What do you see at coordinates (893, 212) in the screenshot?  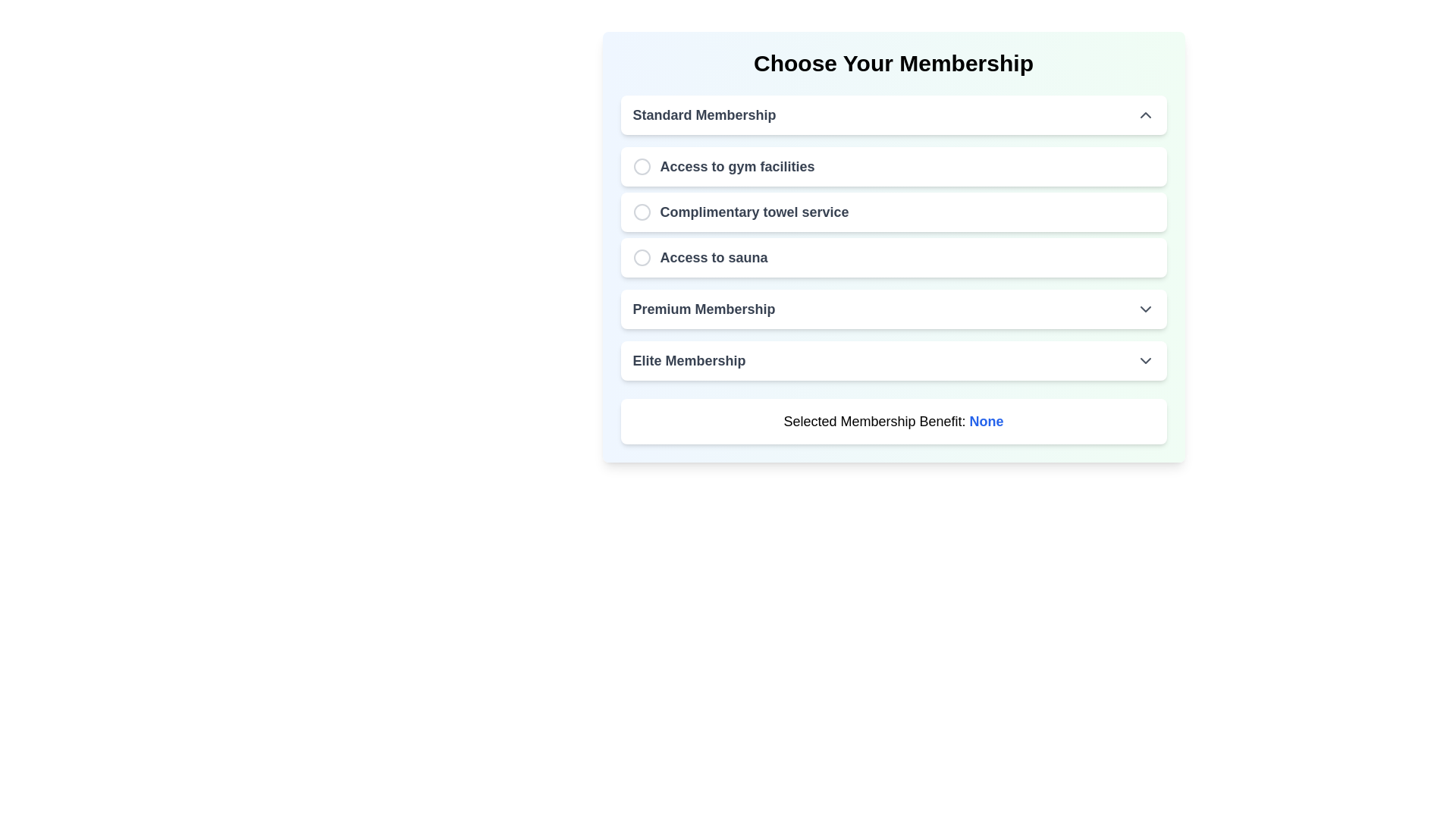 I see `the radio button option for complimentary towel services, which is the second choice under the 'Standard Membership' section` at bounding box center [893, 212].